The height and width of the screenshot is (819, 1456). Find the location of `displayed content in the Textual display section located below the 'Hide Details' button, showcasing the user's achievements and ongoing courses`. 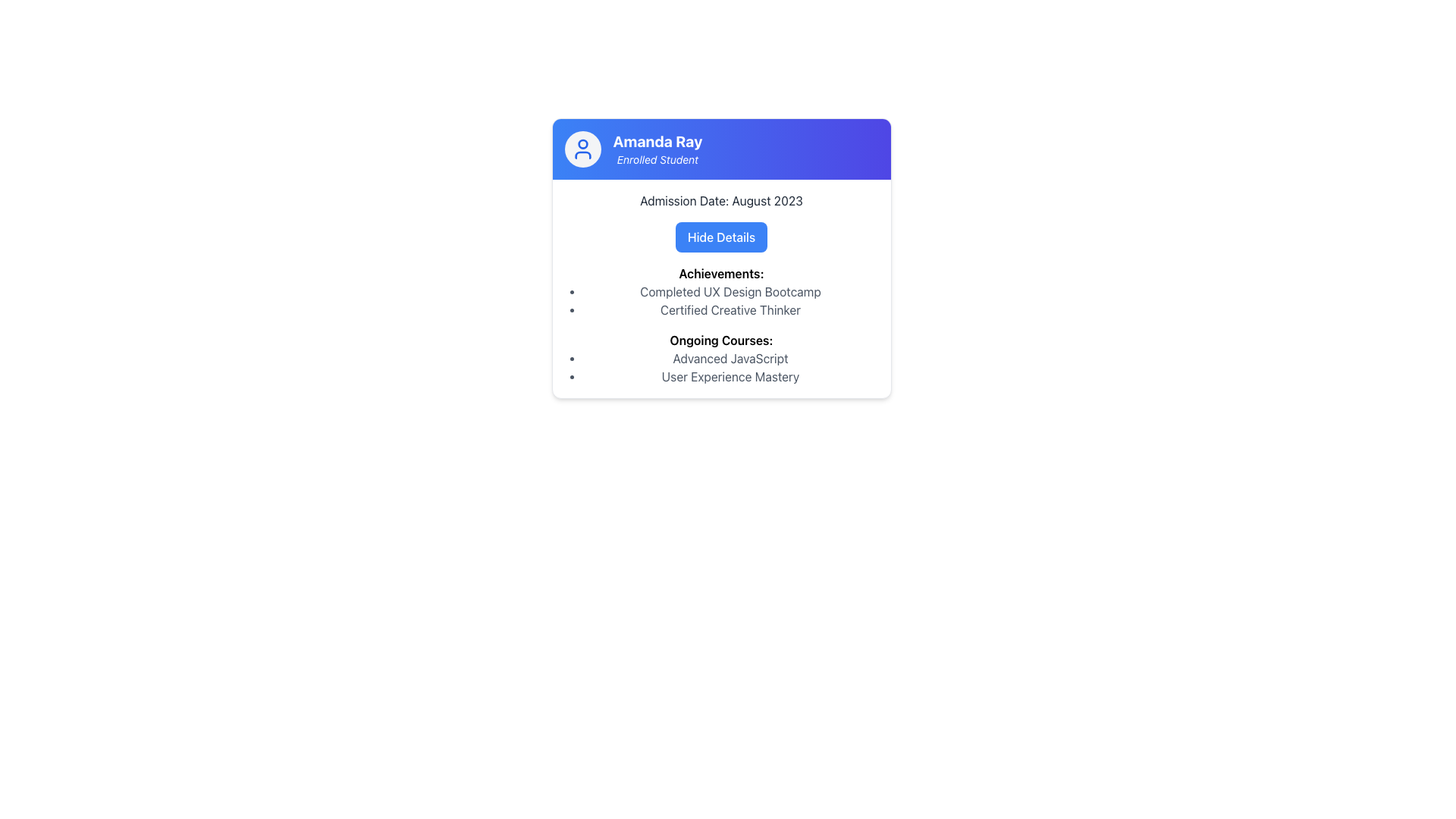

displayed content in the Textual display section located below the 'Hide Details' button, showcasing the user's achievements and ongoing courses is located at coordinates (720, 324).